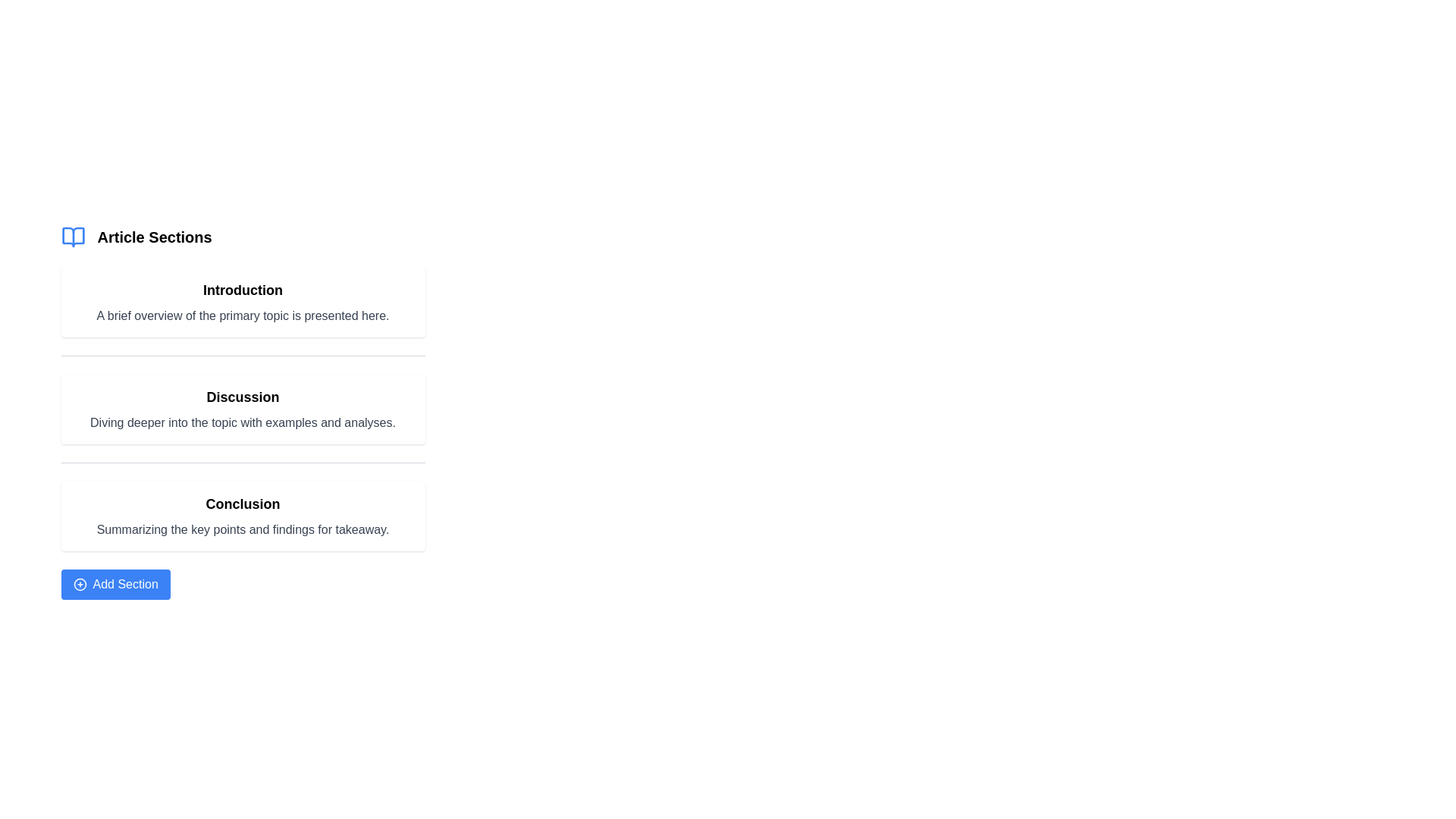 The width and height of the screenshot is (1456, 819). I want to click on the horizontal gray separator line positioned between the 'Discussion' and 'Conclusion' sections, so click(243, 462).